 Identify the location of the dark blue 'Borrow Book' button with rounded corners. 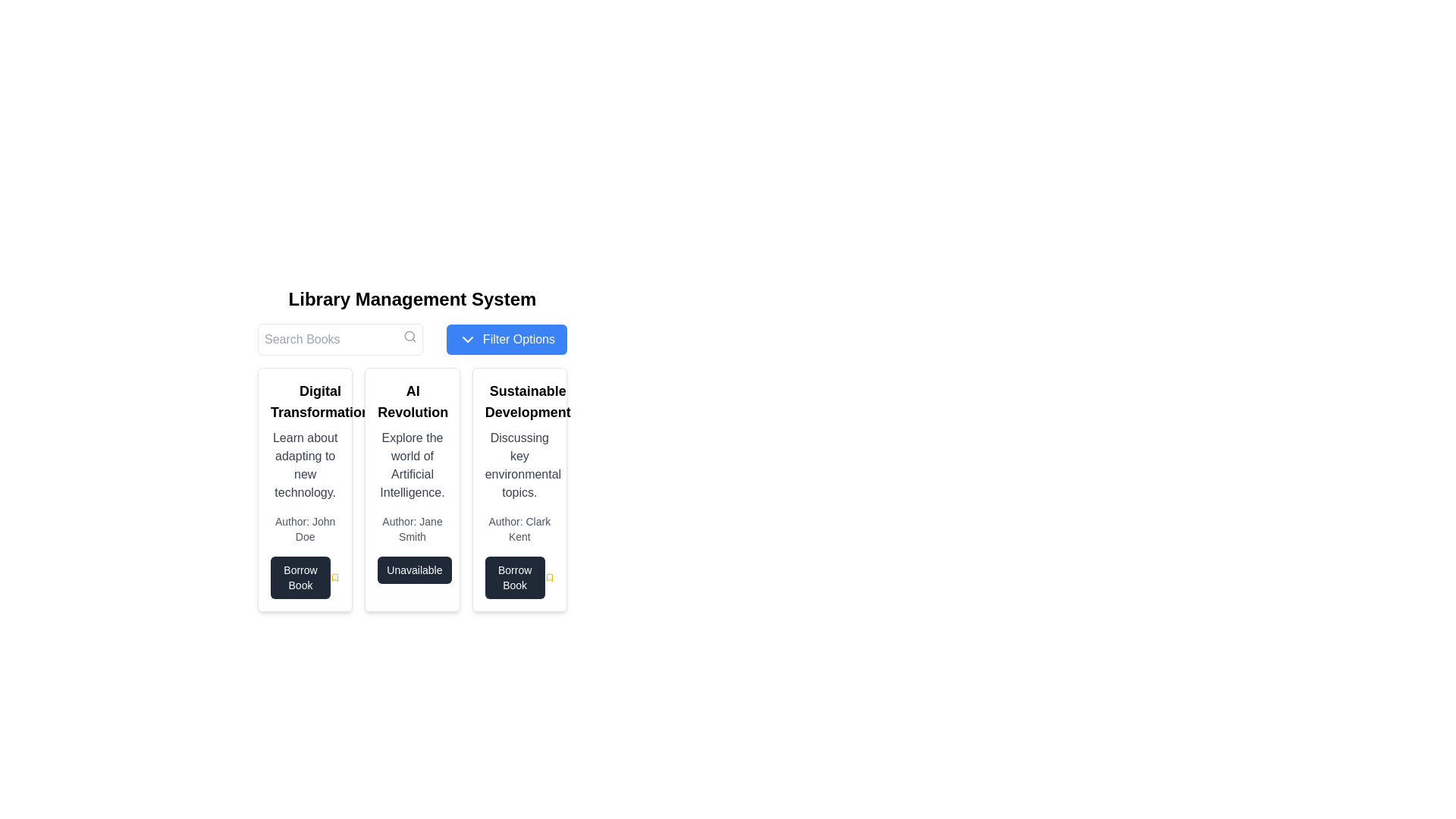
(304, 578).